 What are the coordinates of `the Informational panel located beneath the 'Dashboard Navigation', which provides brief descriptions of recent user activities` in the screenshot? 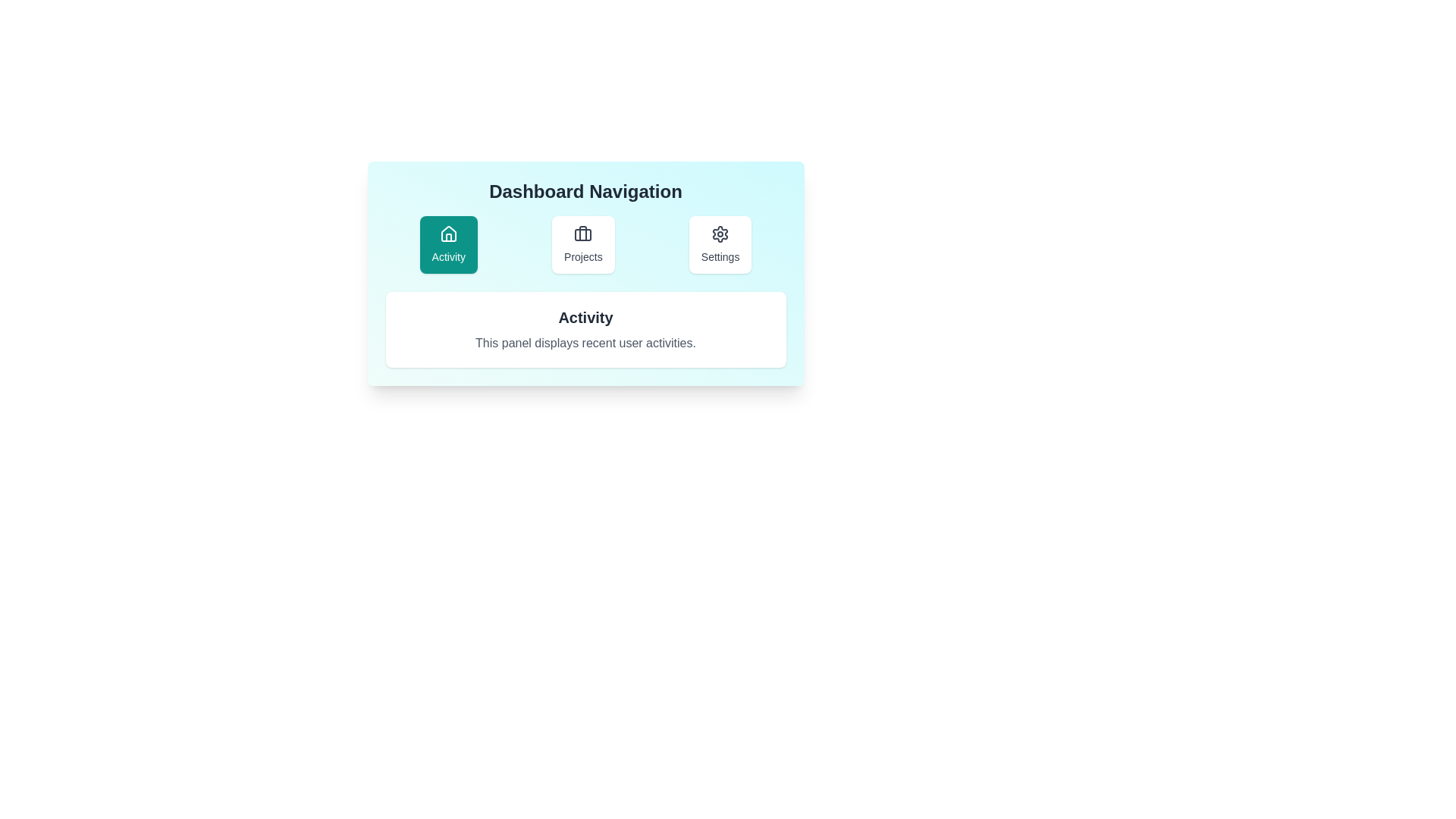 It's located at (585, 329).